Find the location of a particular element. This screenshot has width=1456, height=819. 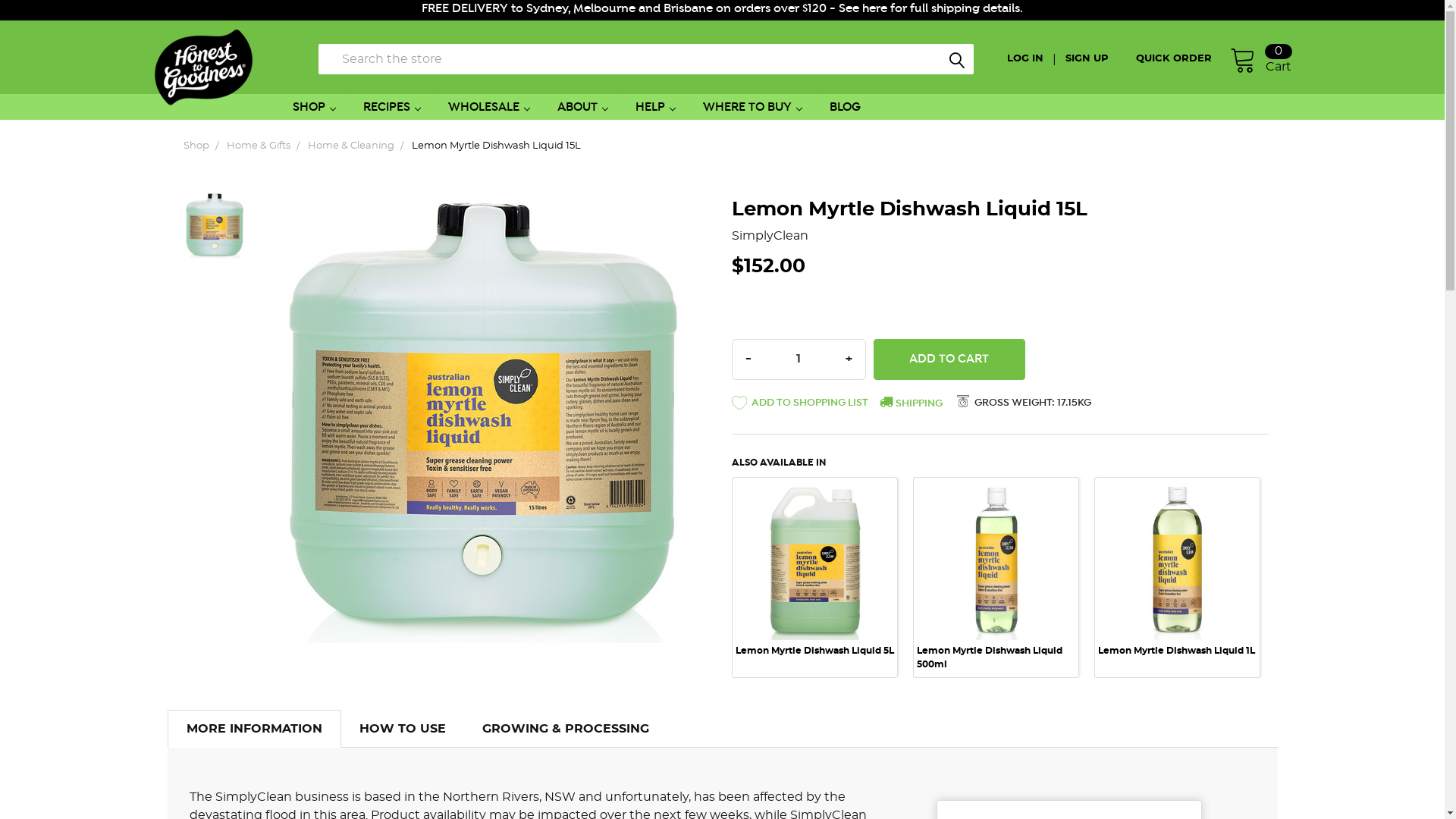

'Home & Gifts' is located at coordinates (258, 146).